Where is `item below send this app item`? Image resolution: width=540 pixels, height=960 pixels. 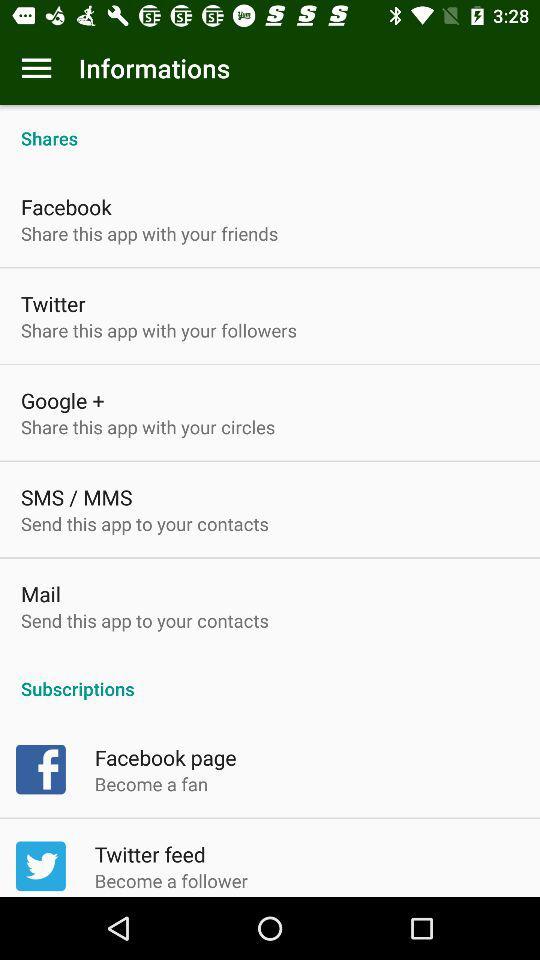
item below send this app item is located at coordinates (270, 678).